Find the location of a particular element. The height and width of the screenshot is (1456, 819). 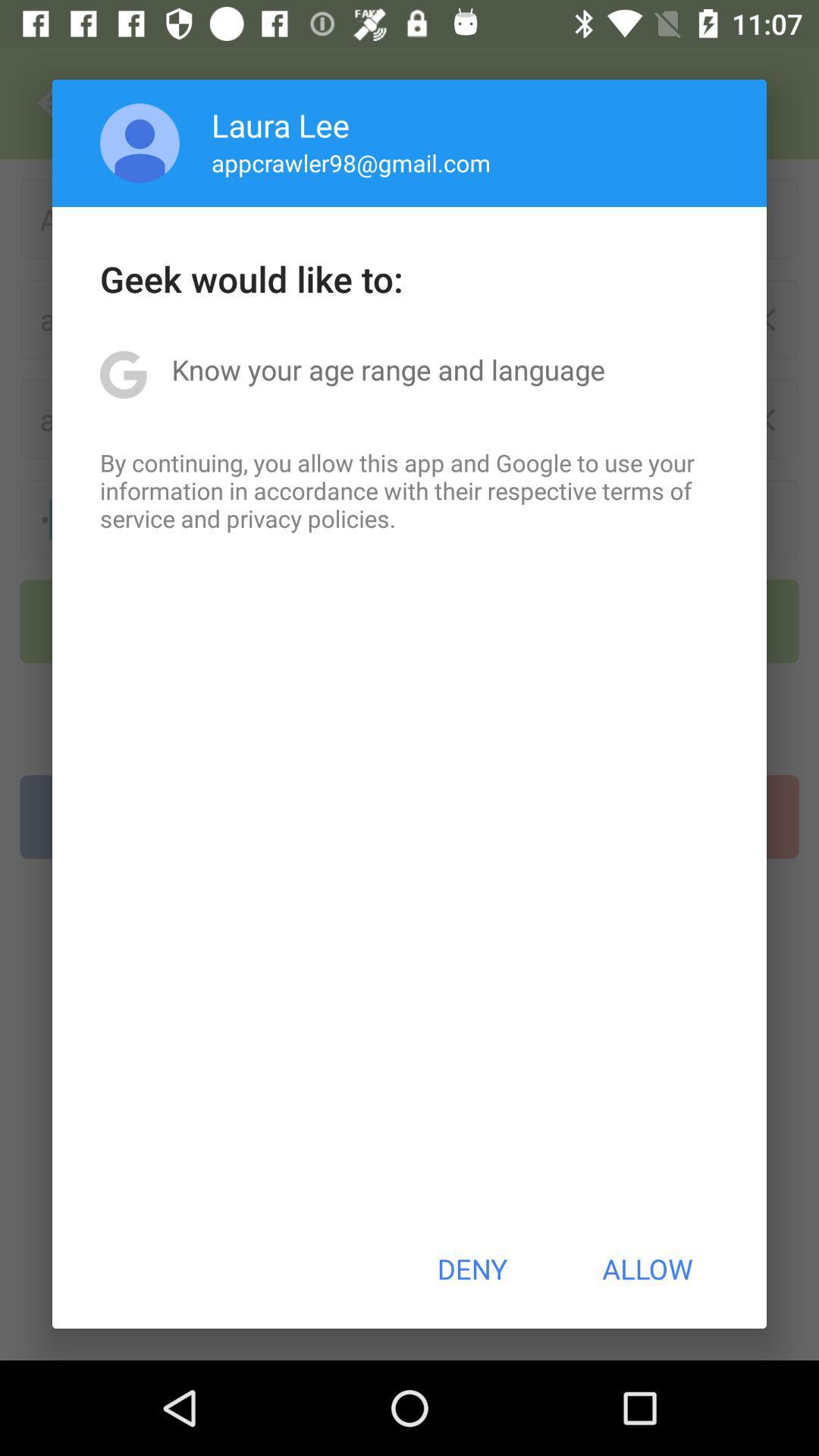

the app below by continuing you is located at coordinates (471, 1269).